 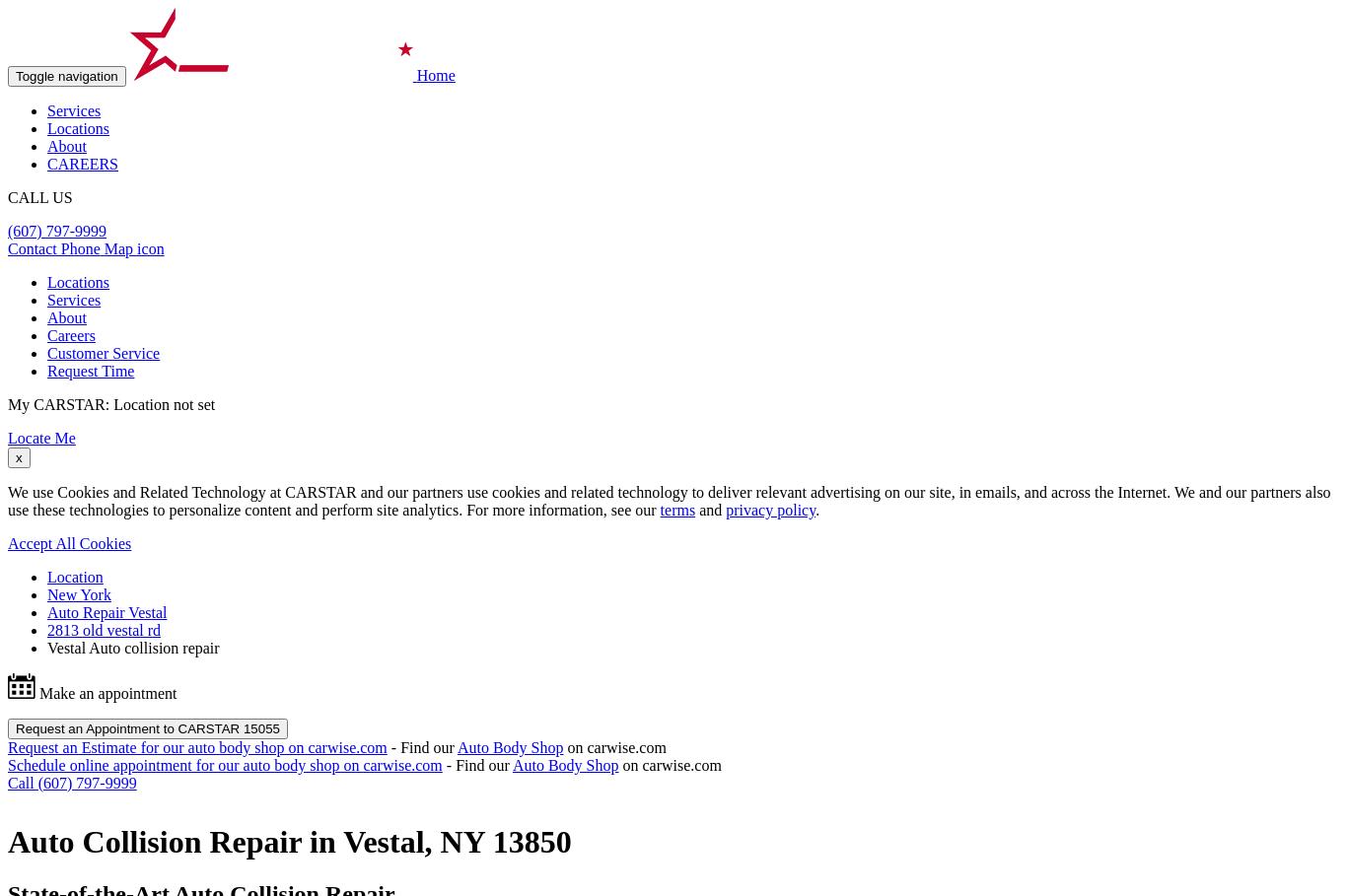 I want to click on 'We use Cookies and Related Technology at CARSTAR and our partners use cookies and related technology to deliver
            relevant advertising on our site, in emails, and across the Internet. We and our partners also use these technologies
            to personalize content and perform site analytics. For more information, see our', so click(x=668, y=500).